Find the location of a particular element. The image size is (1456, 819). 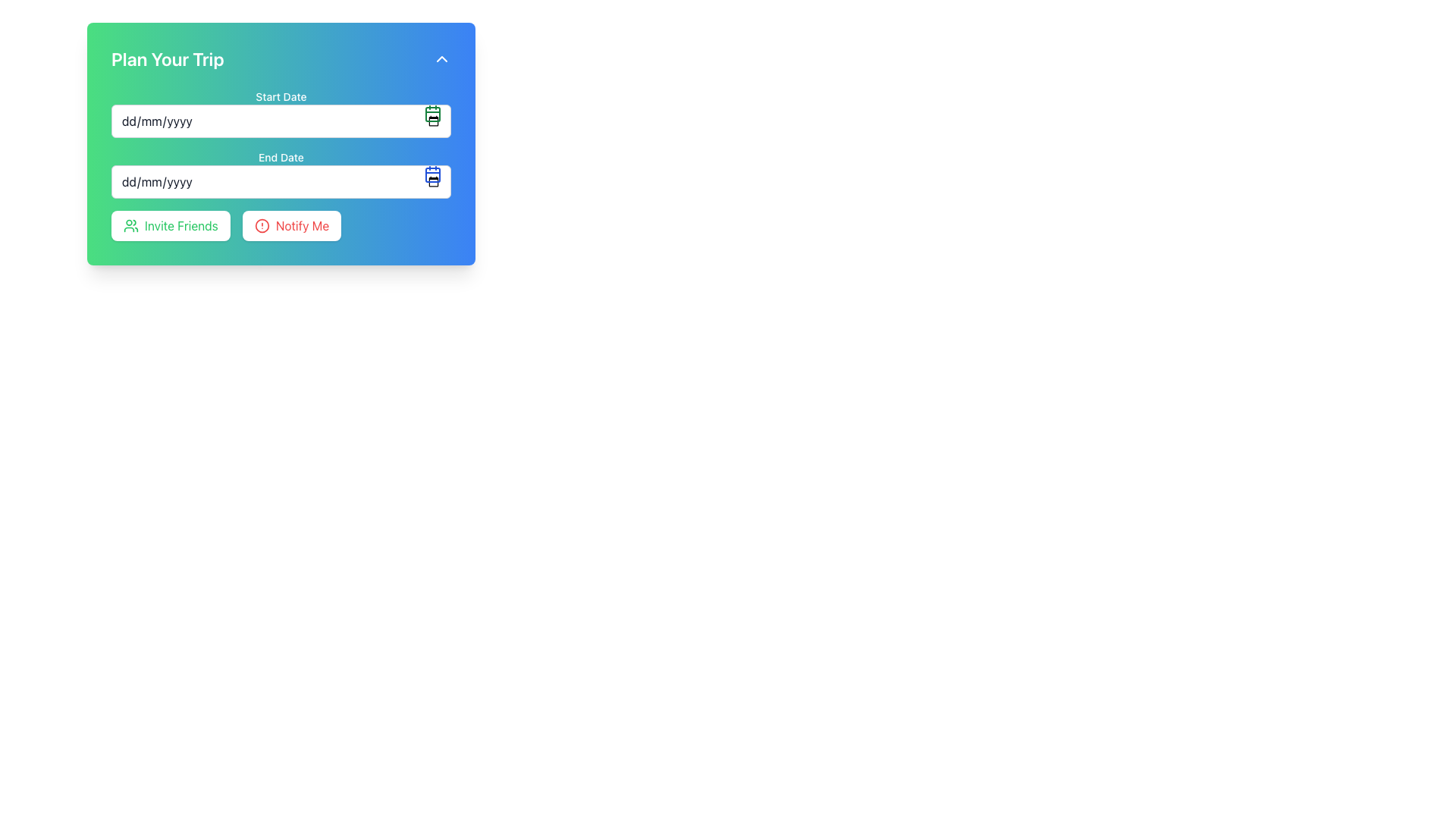

the chevron icon button located at the top-right corner of the 'Plan Your Trip' card is located at coordinates (441, 58).